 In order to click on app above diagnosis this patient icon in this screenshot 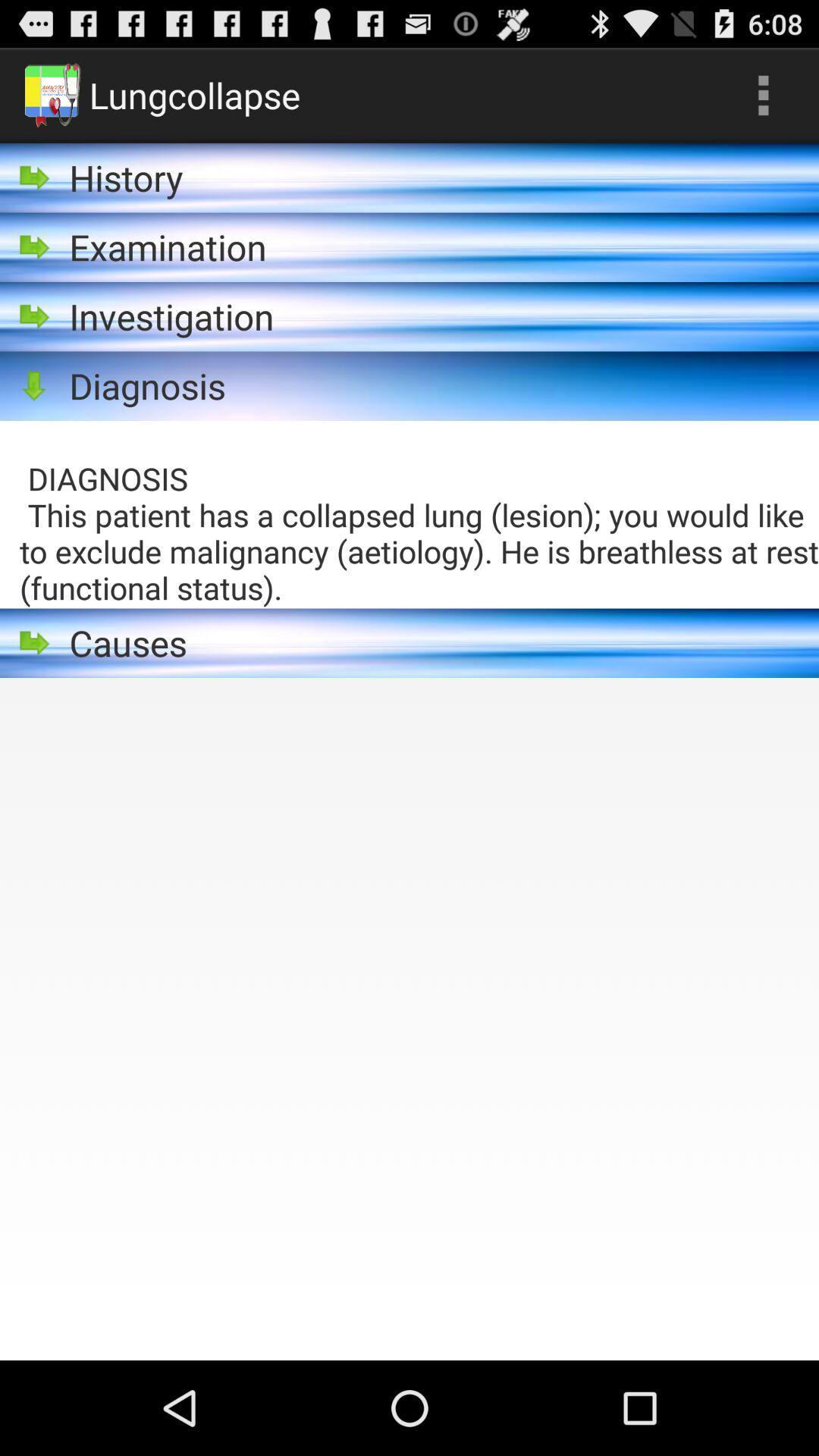, I will do `click(763, 94)`.